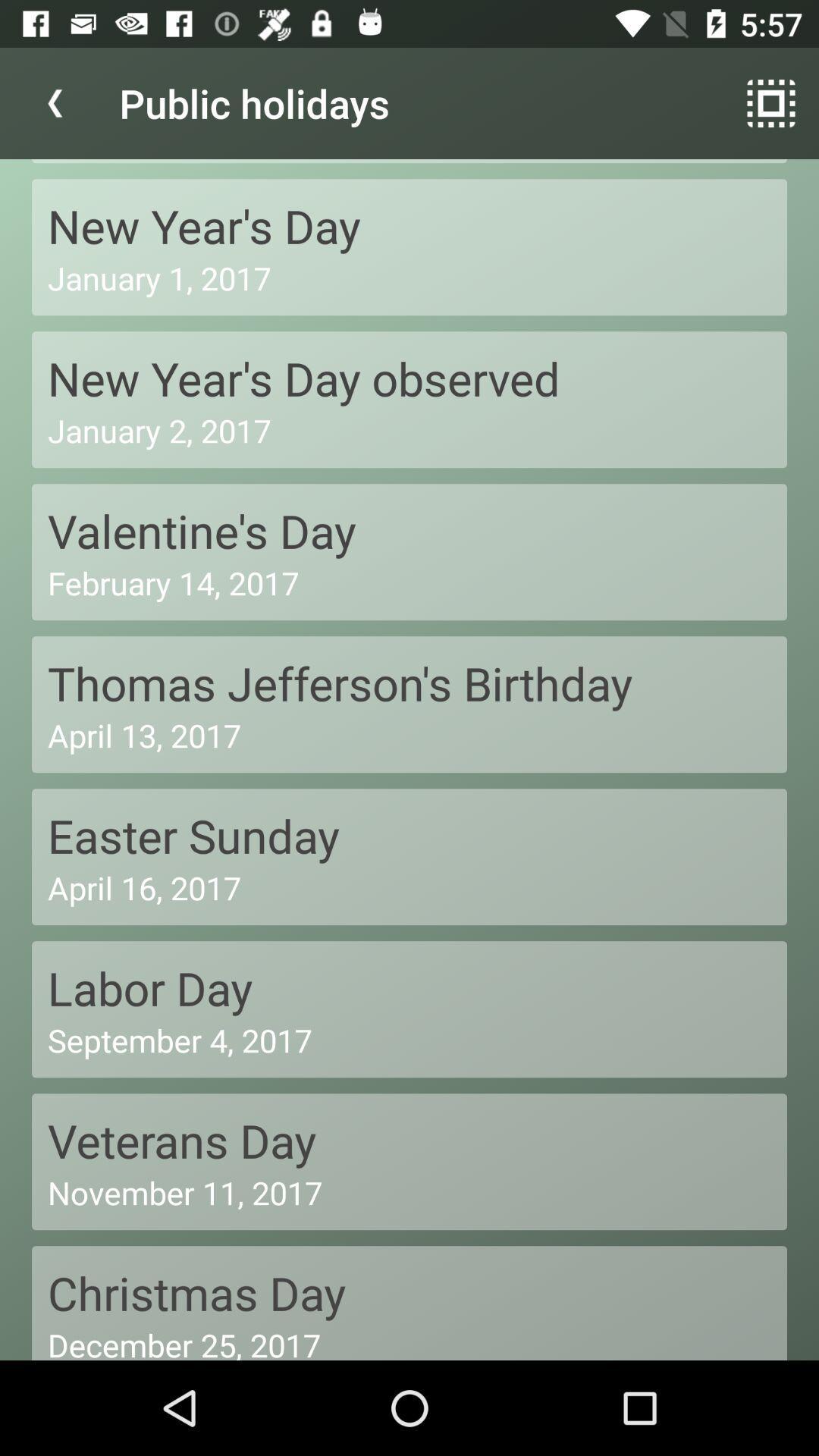  Describe the element at coordinates (409, 582) in the screenshot. I see `the item above thomas jefferson s icon` at that location.